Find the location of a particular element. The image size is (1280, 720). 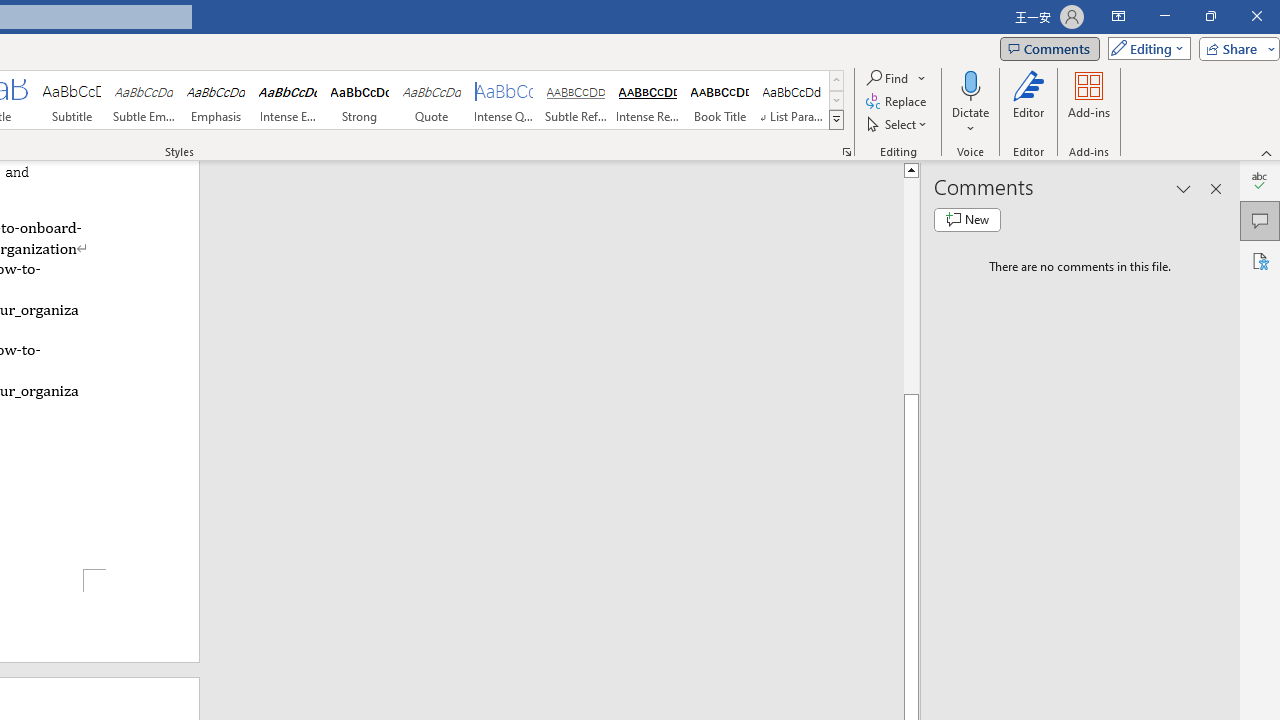

'Accessibility' is located at coordinates (1259, 260).